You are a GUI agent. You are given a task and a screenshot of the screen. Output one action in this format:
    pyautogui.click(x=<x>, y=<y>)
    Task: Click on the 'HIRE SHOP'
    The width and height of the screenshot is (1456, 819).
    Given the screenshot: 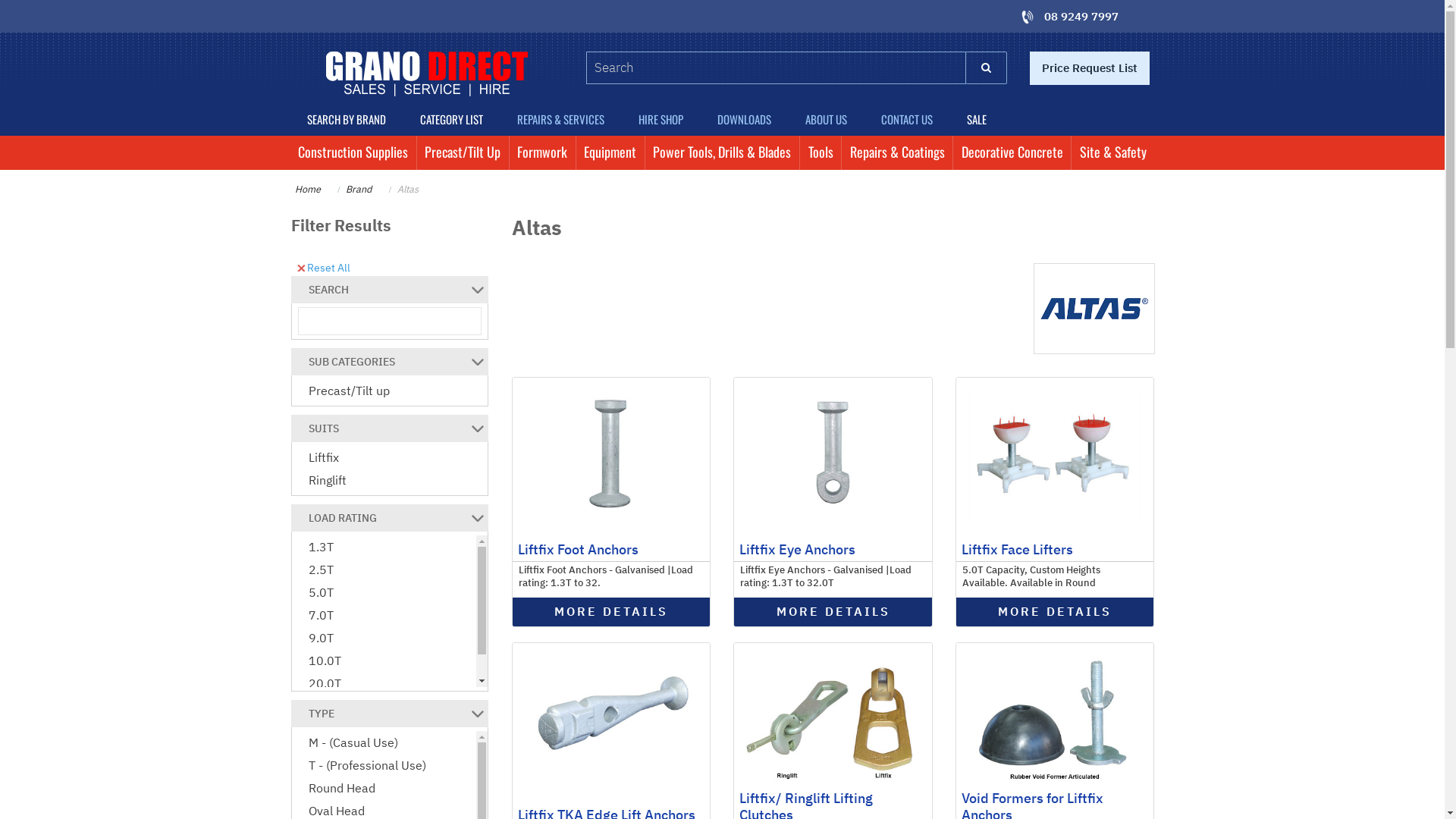 What is the action you would take?
    pyautogui.click(x=661, y=119)
    